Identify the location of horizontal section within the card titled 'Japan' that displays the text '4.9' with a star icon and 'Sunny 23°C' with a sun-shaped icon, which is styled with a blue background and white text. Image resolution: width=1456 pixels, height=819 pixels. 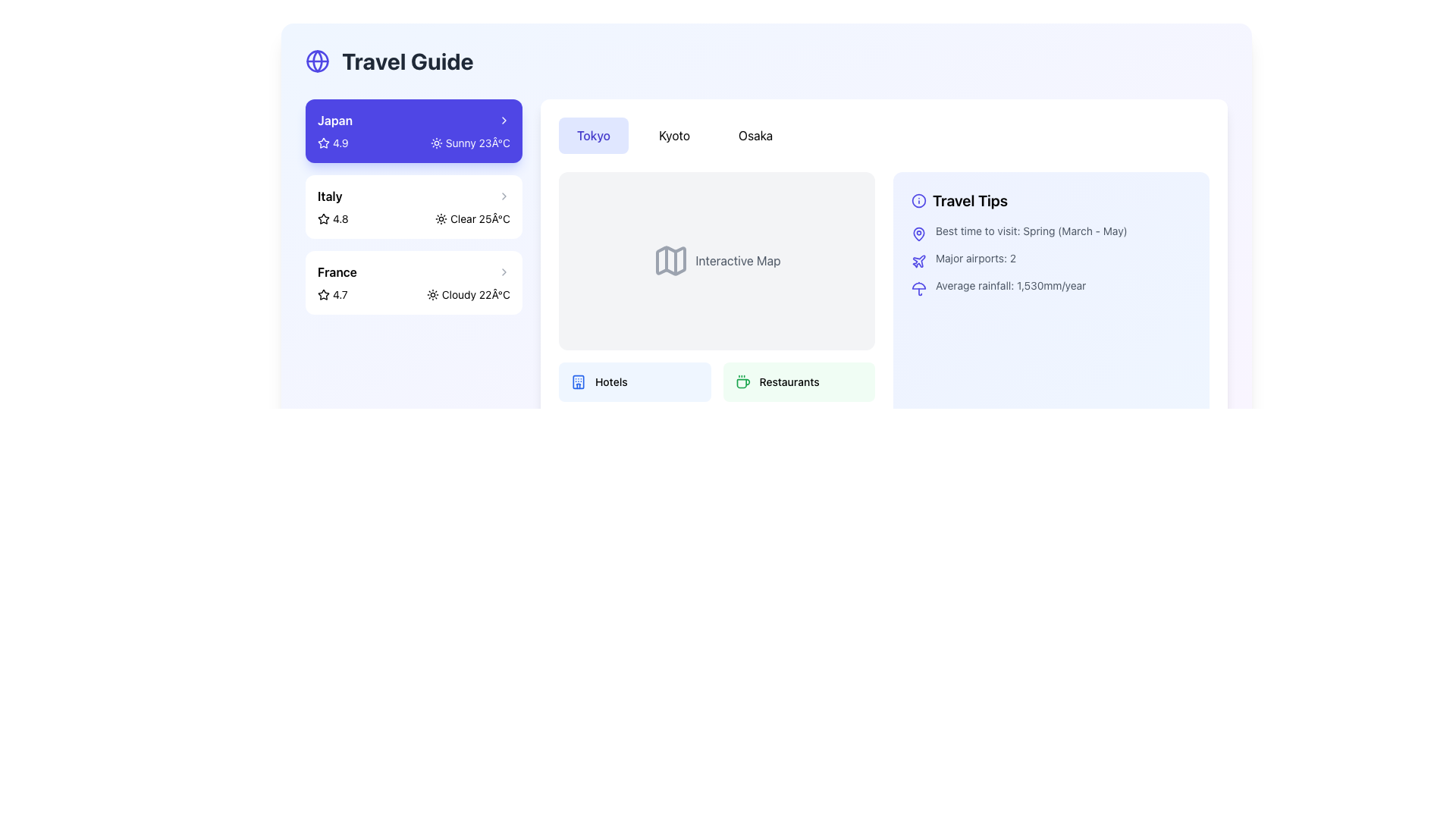
(414, 143).